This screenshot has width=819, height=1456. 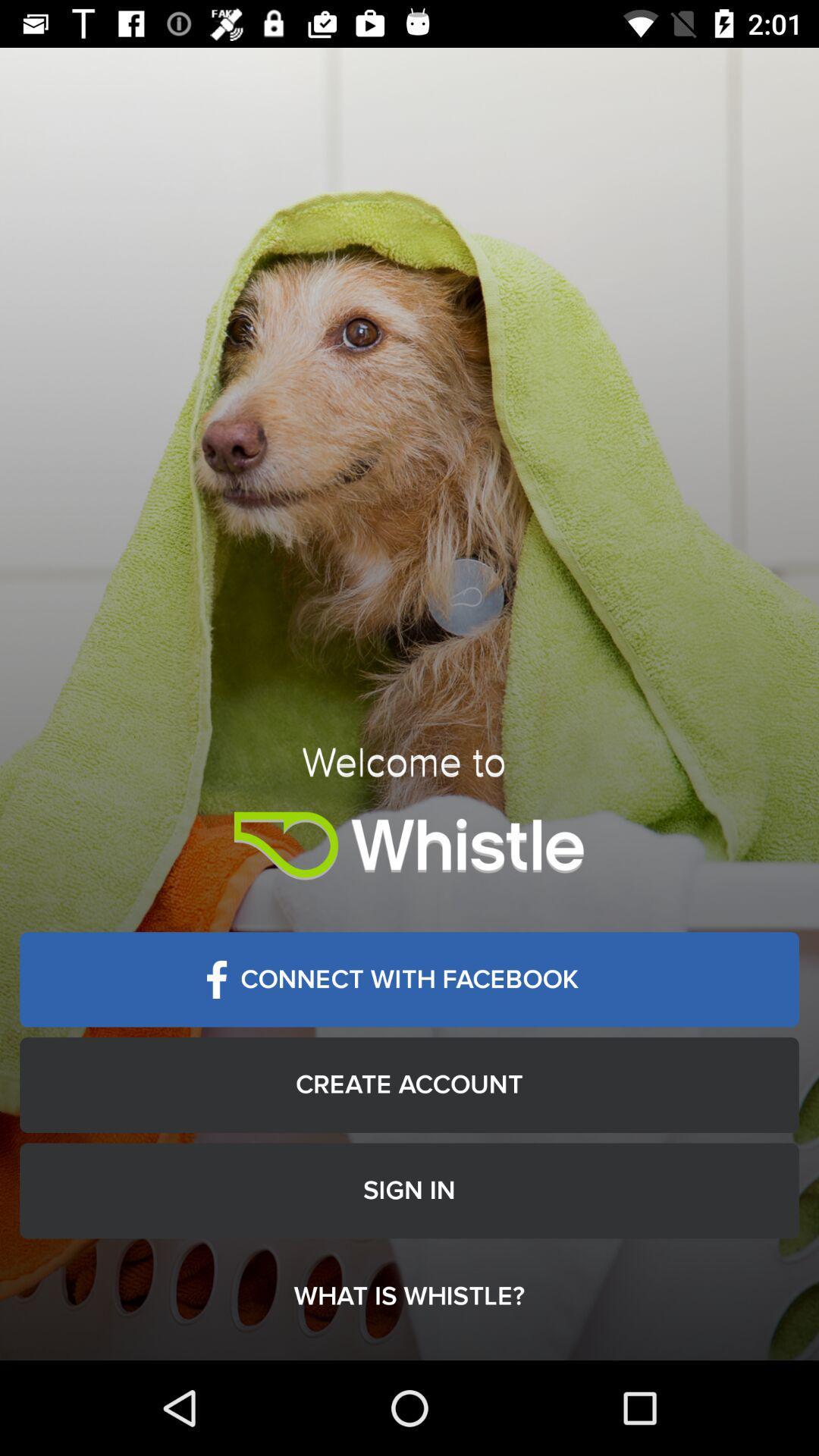 I want to click on the create account item, so click(x=409, y=1084).